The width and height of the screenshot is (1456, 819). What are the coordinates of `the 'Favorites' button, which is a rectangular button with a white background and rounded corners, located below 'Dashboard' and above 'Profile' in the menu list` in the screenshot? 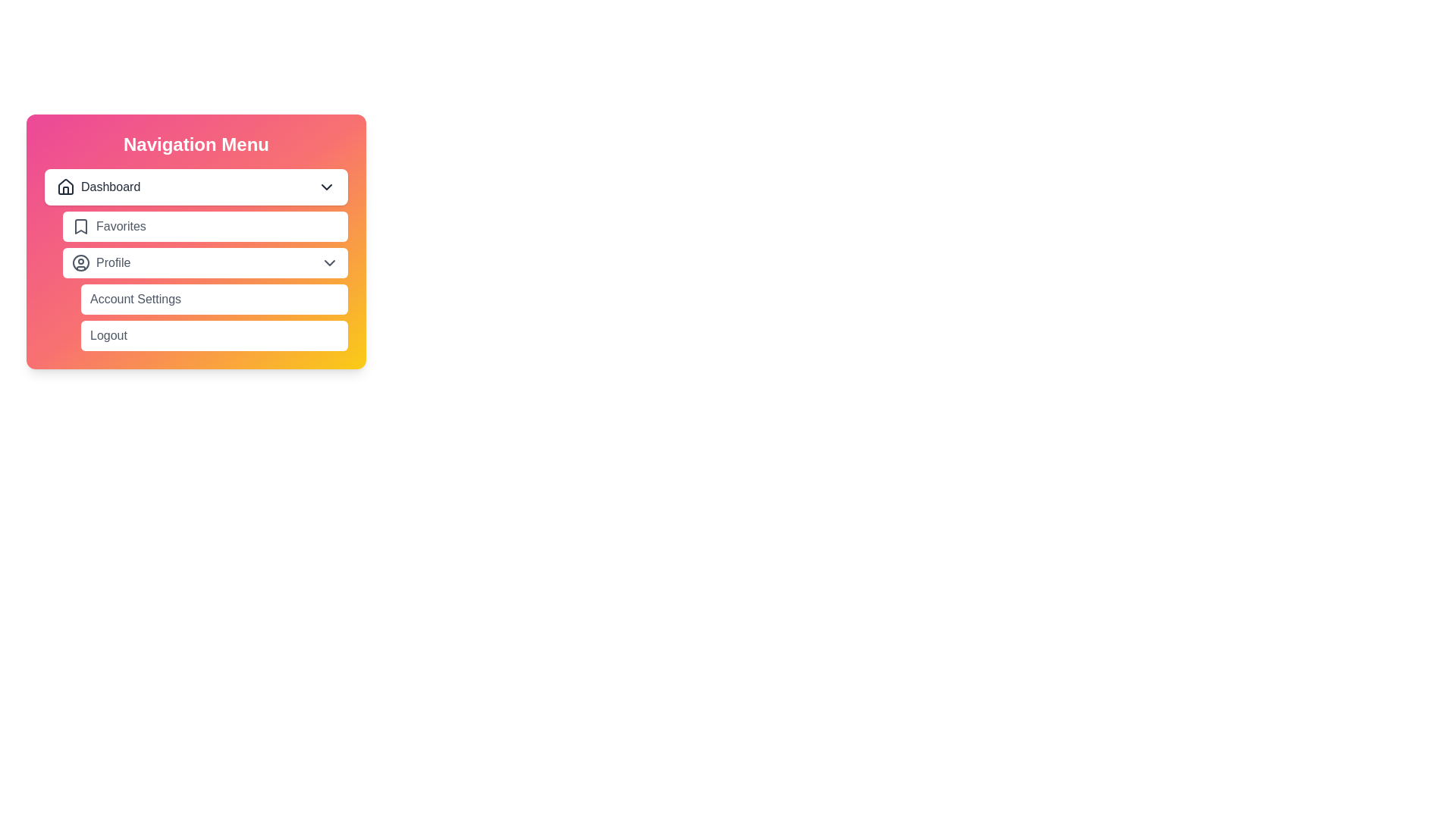 It's located at (204, 227).